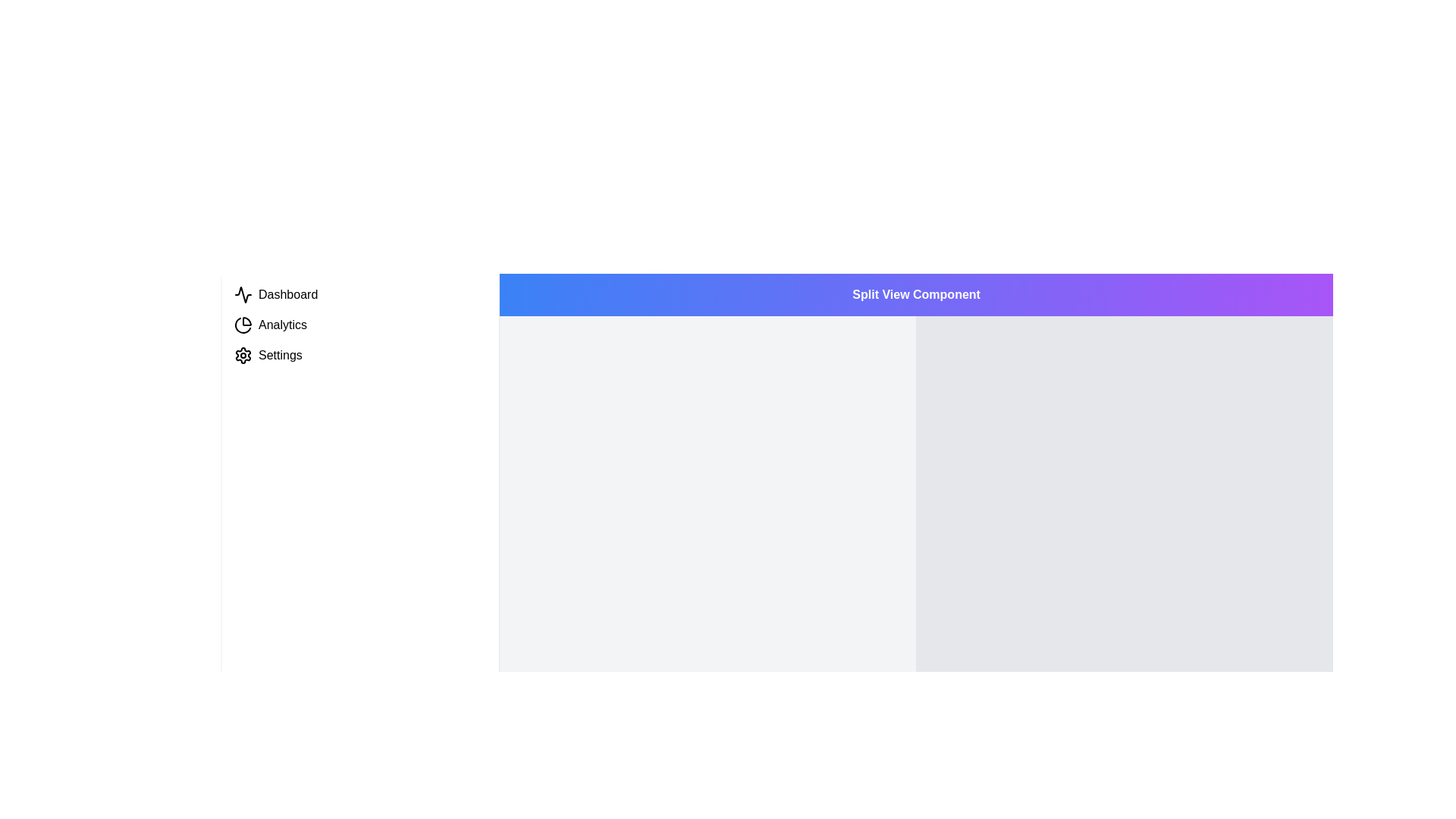 This screenshot has height=819, width=1456. What do you see at coordinates (243, 356) in the screenshot?
I see `the cogwheel-shaped icon located immediately to the left of the 'Settings' text label` at bounding box center [243, 356].